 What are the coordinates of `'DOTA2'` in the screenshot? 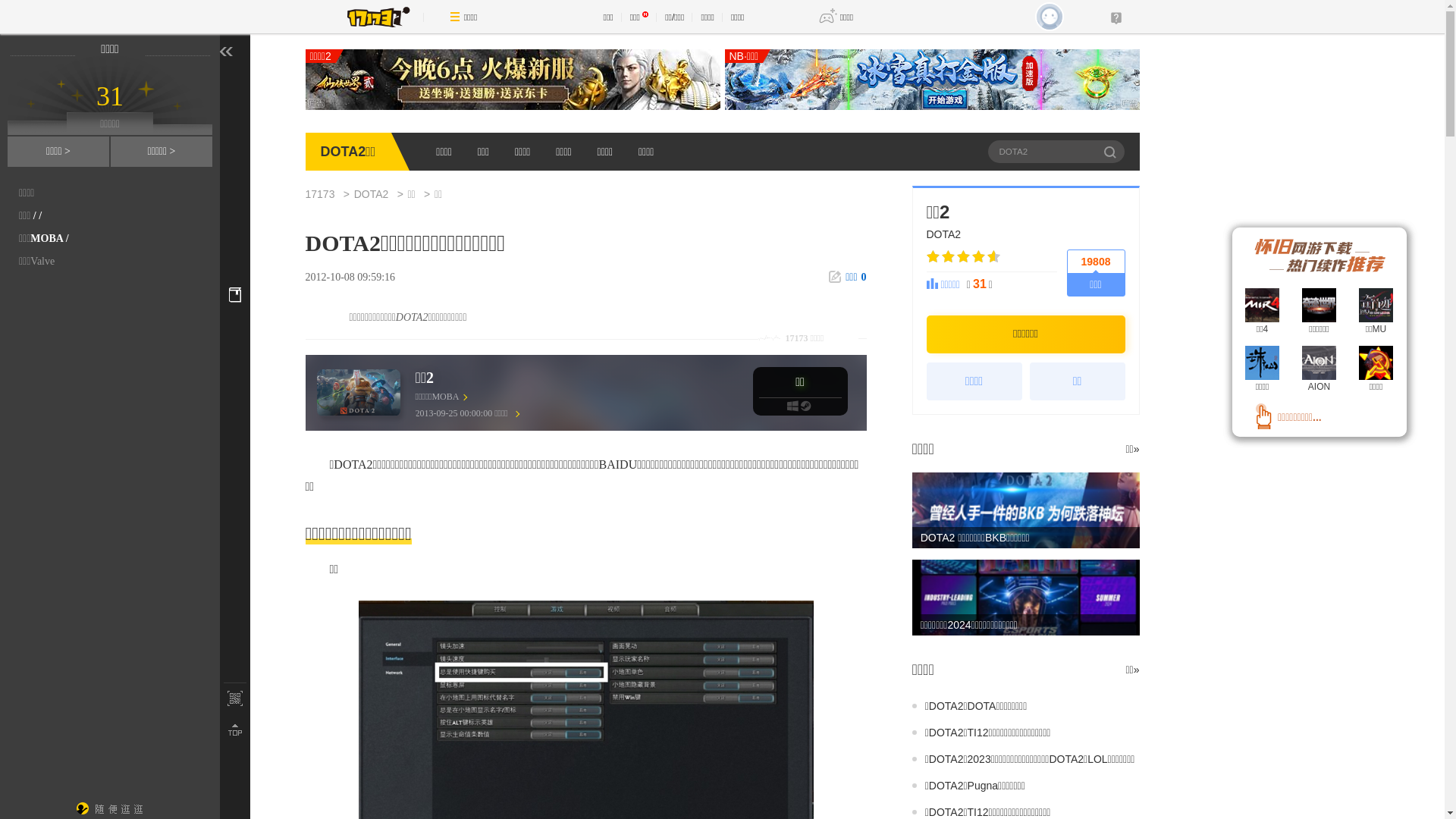 It's located at (378, 193).